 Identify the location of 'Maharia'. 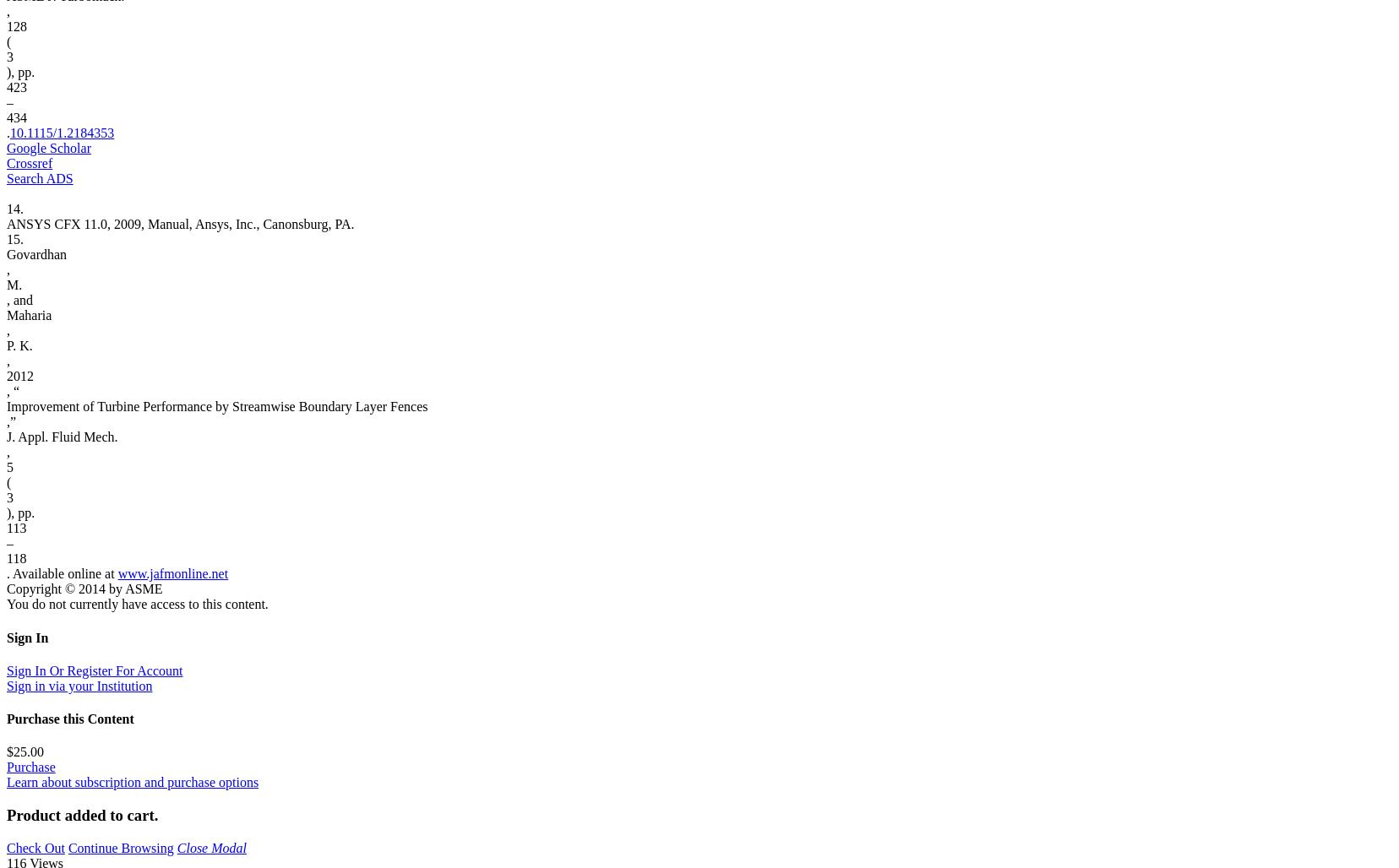
(28, 314).